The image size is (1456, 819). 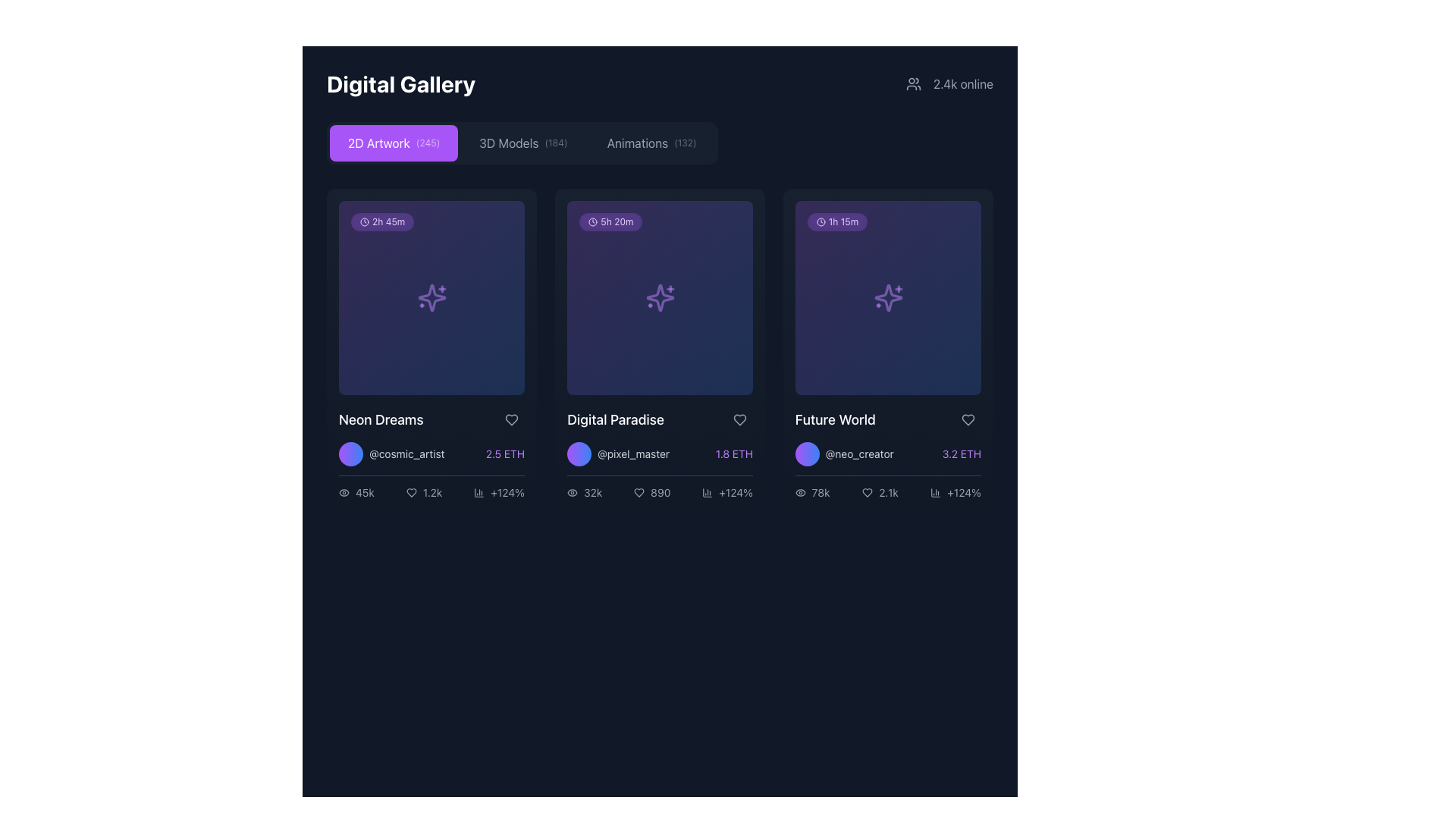 What do you see at coordinates (431, 493) in the screenshot?
I see `the Text Label displaying the number of likes or favorites, located to the right of the heart icon in the details section of the first card in the gallery row` at bounding box center [431, 493].